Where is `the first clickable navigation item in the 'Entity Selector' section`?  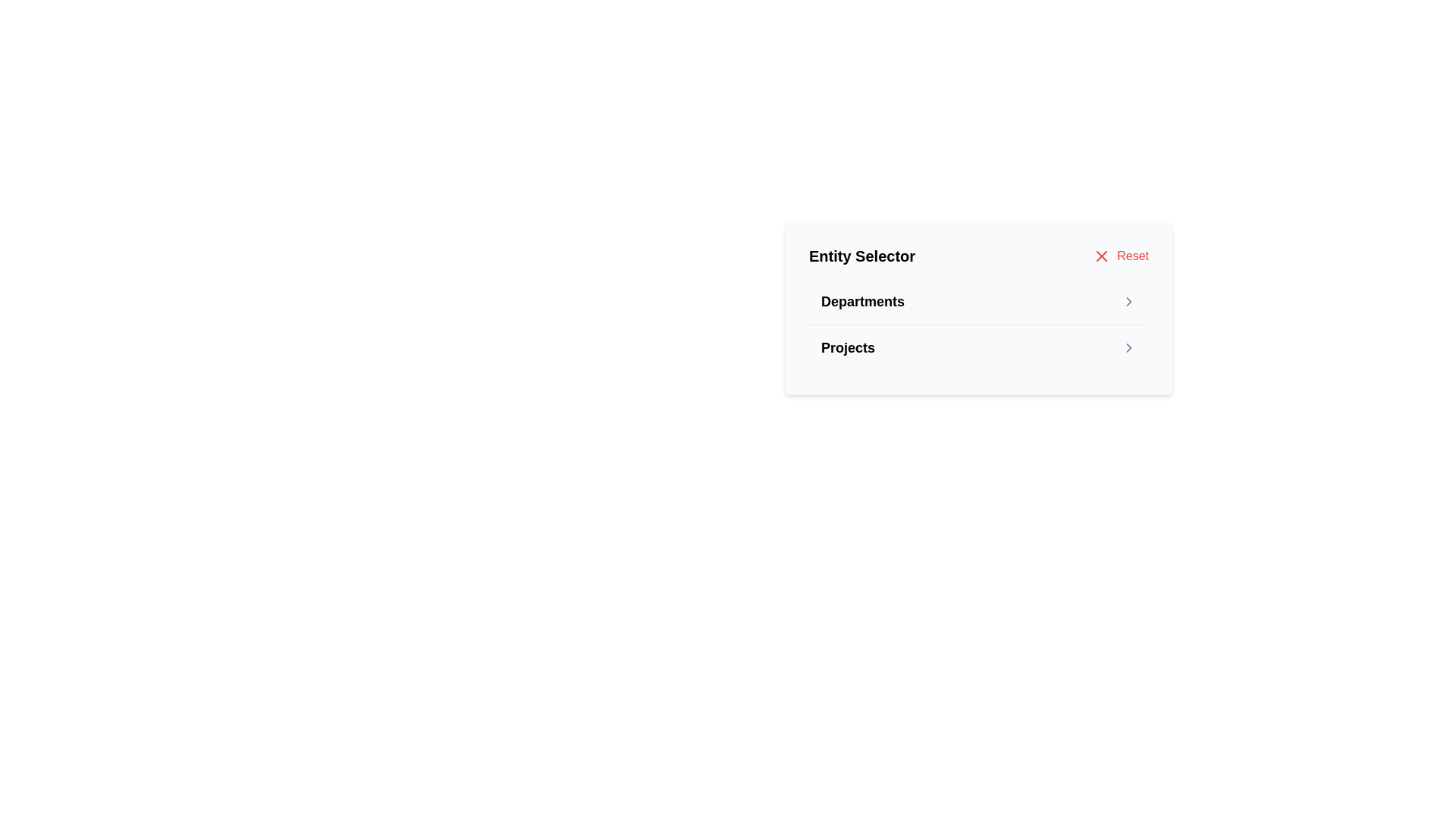 the first clickable navigation item in the 'Entity Selector' section is located at coordinates (979, 301).